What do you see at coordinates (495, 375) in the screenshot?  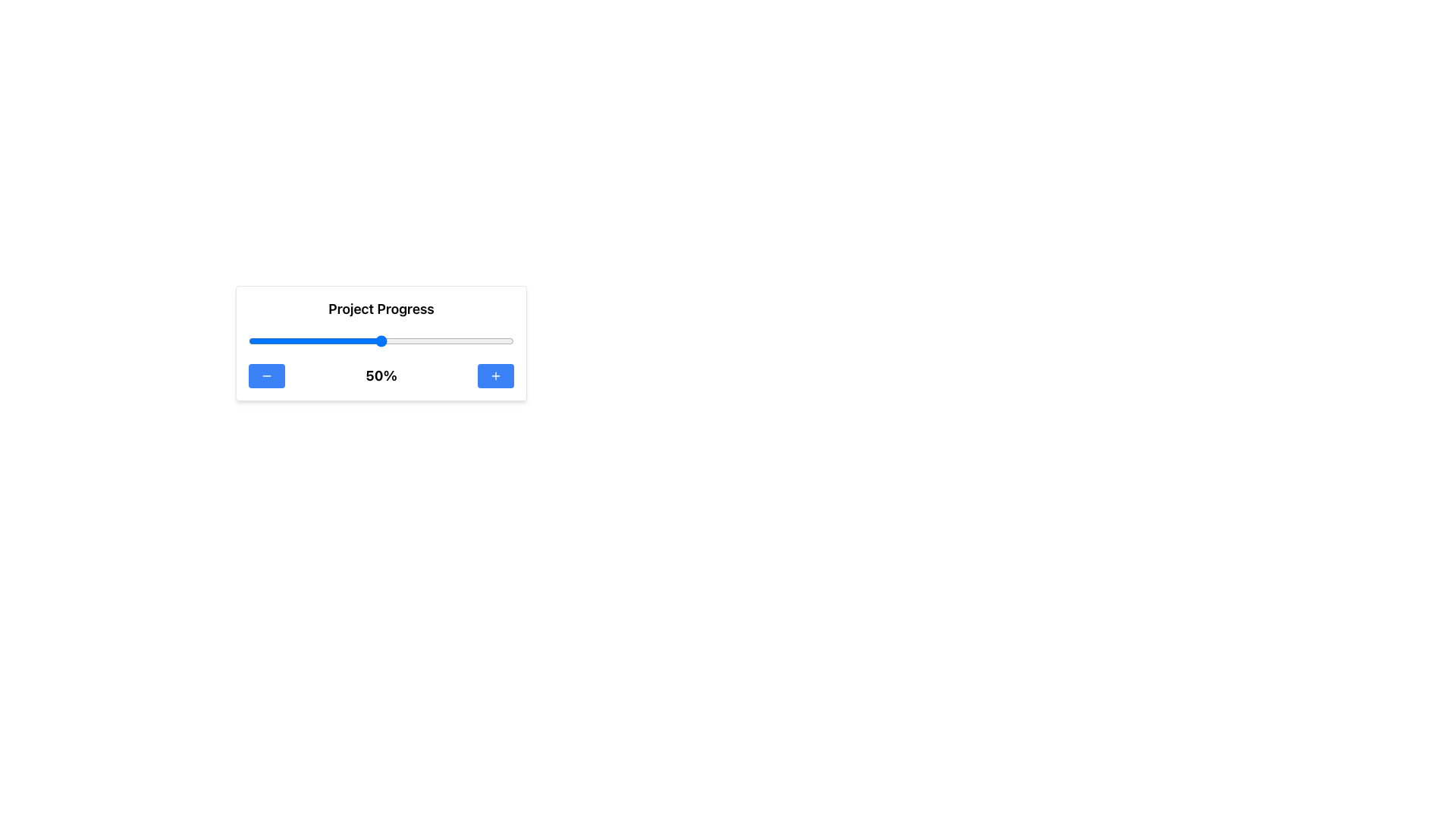 I see `the blue button with a plus icon, located beside the '50%' text, to potentially reveal additional information` at bounding box center [495, 375].